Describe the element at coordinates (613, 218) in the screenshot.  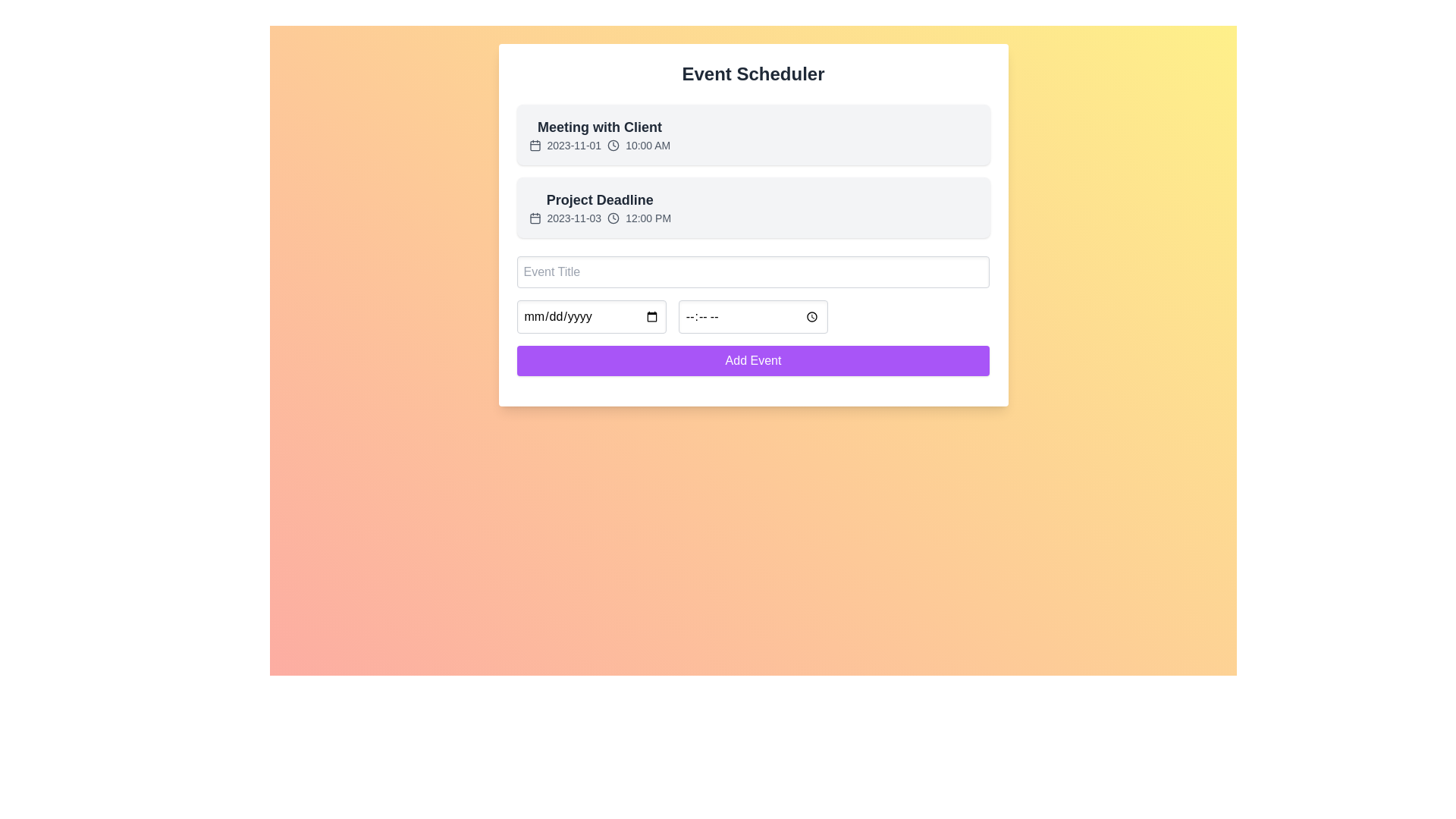
I see `the small circular clock icon located next to the time text '12:00 PM' in the second row of the event entries` at that location.